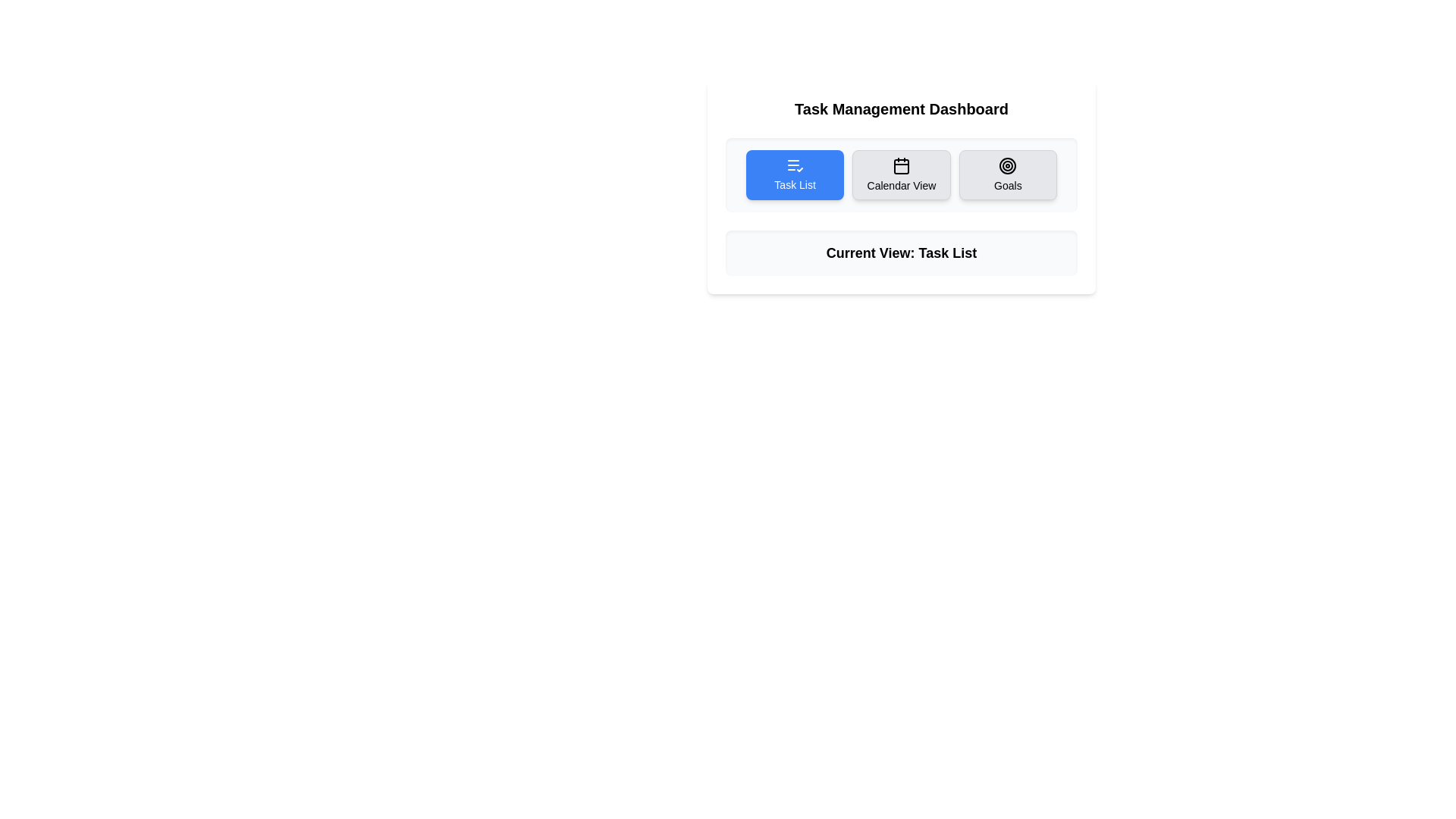 This screenshot has width=1456, height=819. Describe the element at coordinates (1008, 166) in the screenshot. I see `the outermost circle within the SVG graphic in the 'Goals' section, located in the upper-right of the button row` at that location.